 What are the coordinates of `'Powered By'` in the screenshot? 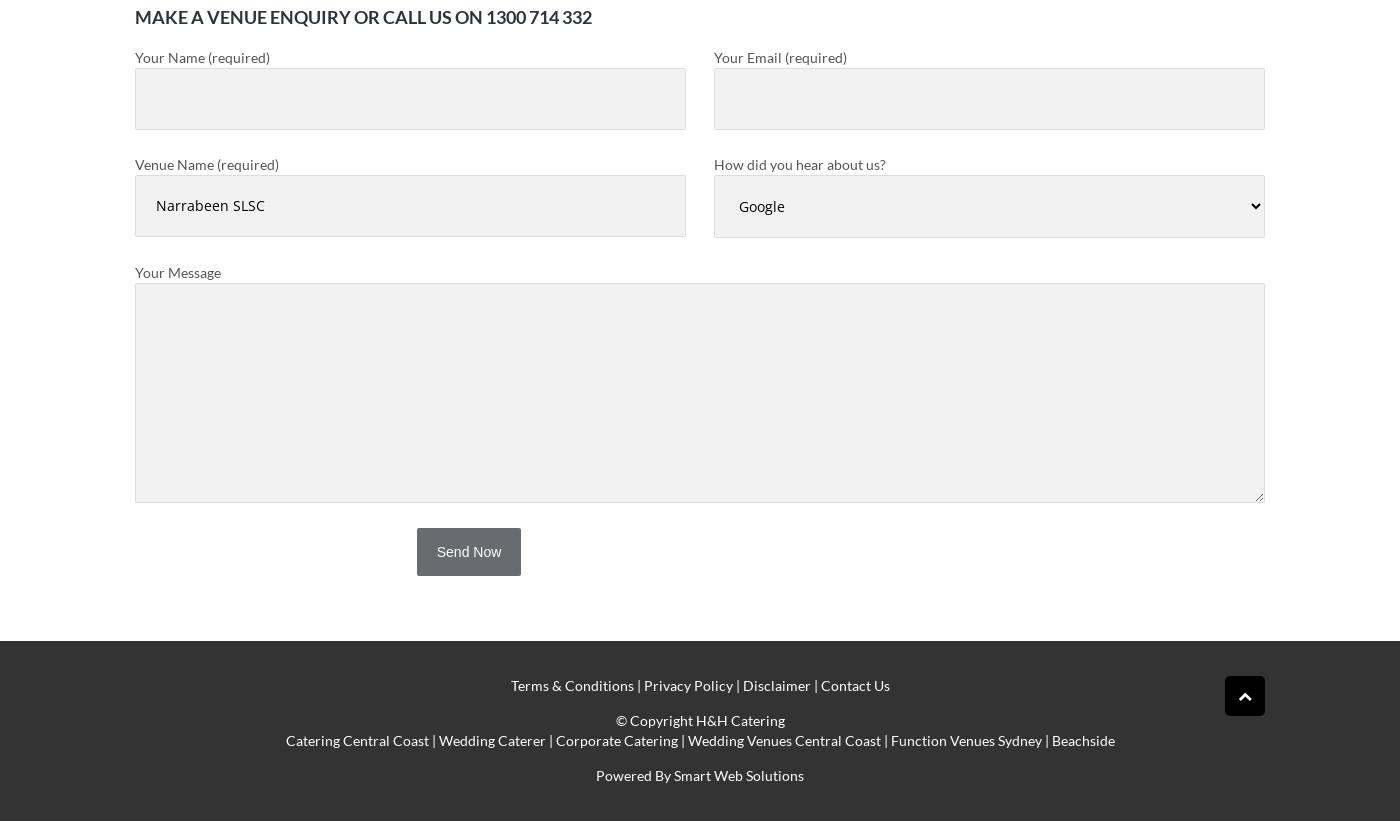 It's located at (635, 774).